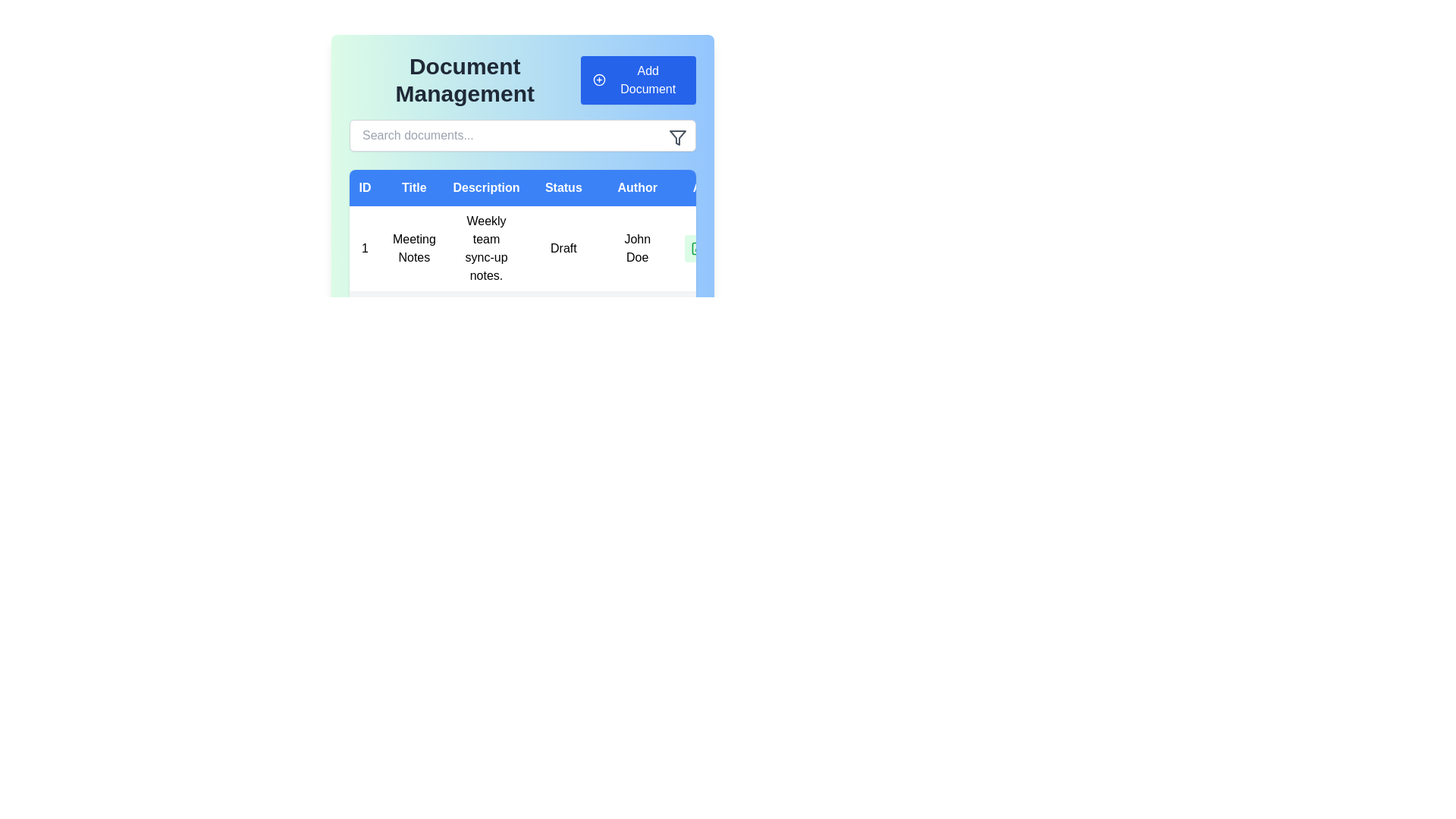 The width and height of the screenshot is (1456, 819). What do you see at coordinates (714, 247) in the screenshot?
I see `the edit button located on the right side of the table in the 'Document Management' interface, which allows users to modify or update the 'Meeting Notes' document details` at bounding box center [714, 247].